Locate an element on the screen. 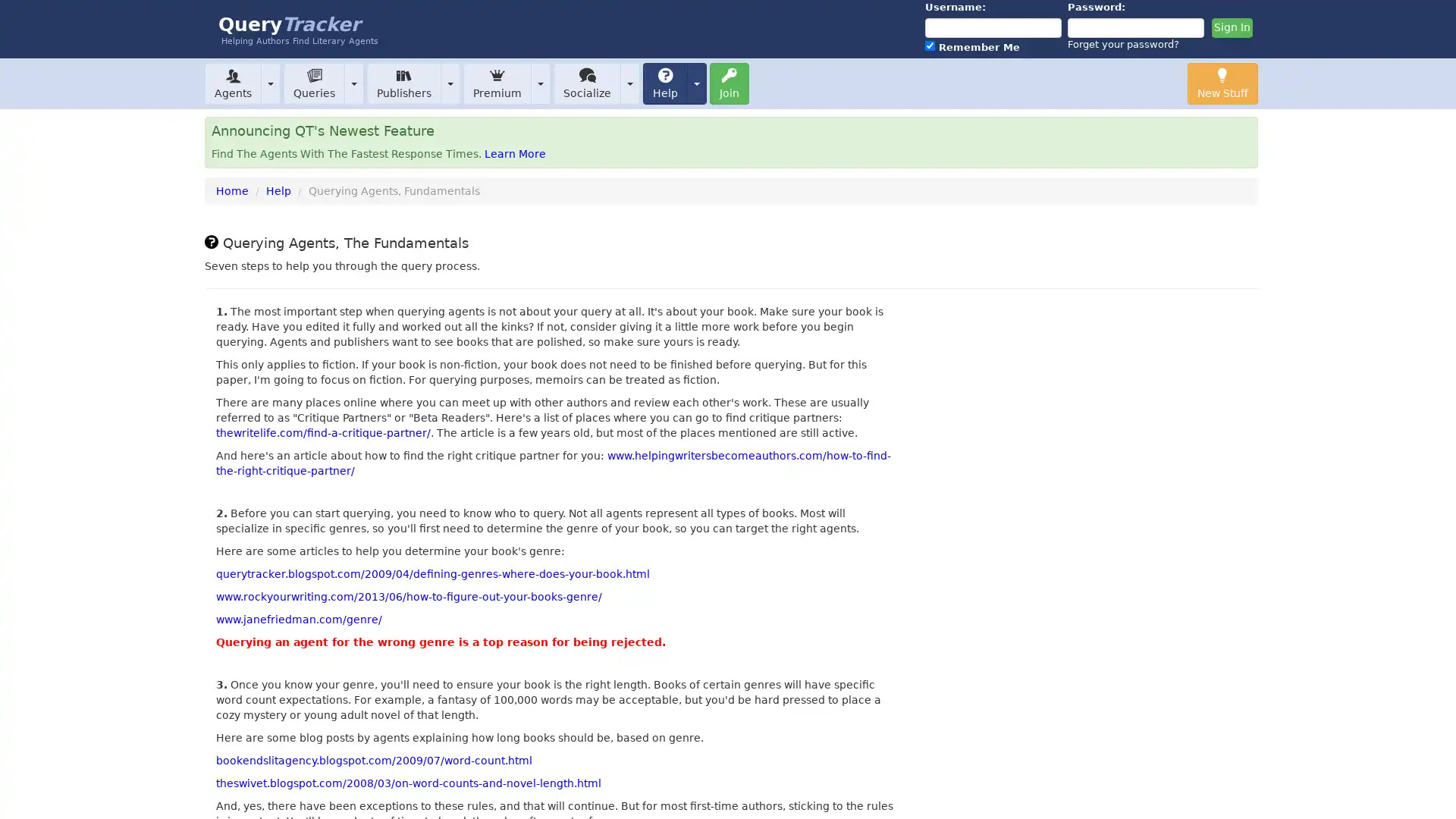  Toggle Dropdown is located at coordinates (541, 83).